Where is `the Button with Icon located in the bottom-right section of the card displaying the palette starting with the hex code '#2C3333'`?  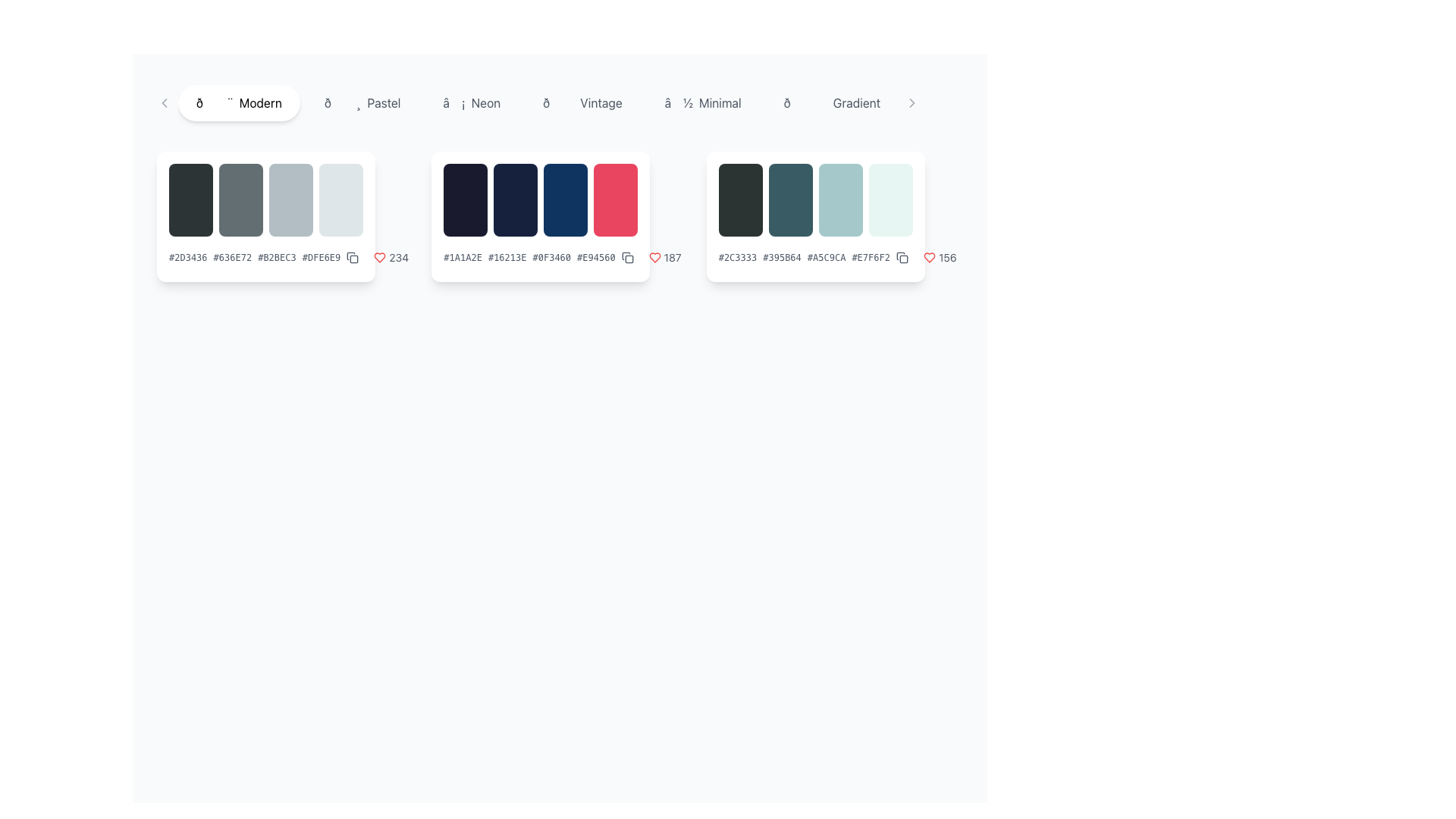
the Button with Icon located in the bottom-right section of the card displaying the palette starting with the hex code '#2C3333' is located at coordinates (902, 256).